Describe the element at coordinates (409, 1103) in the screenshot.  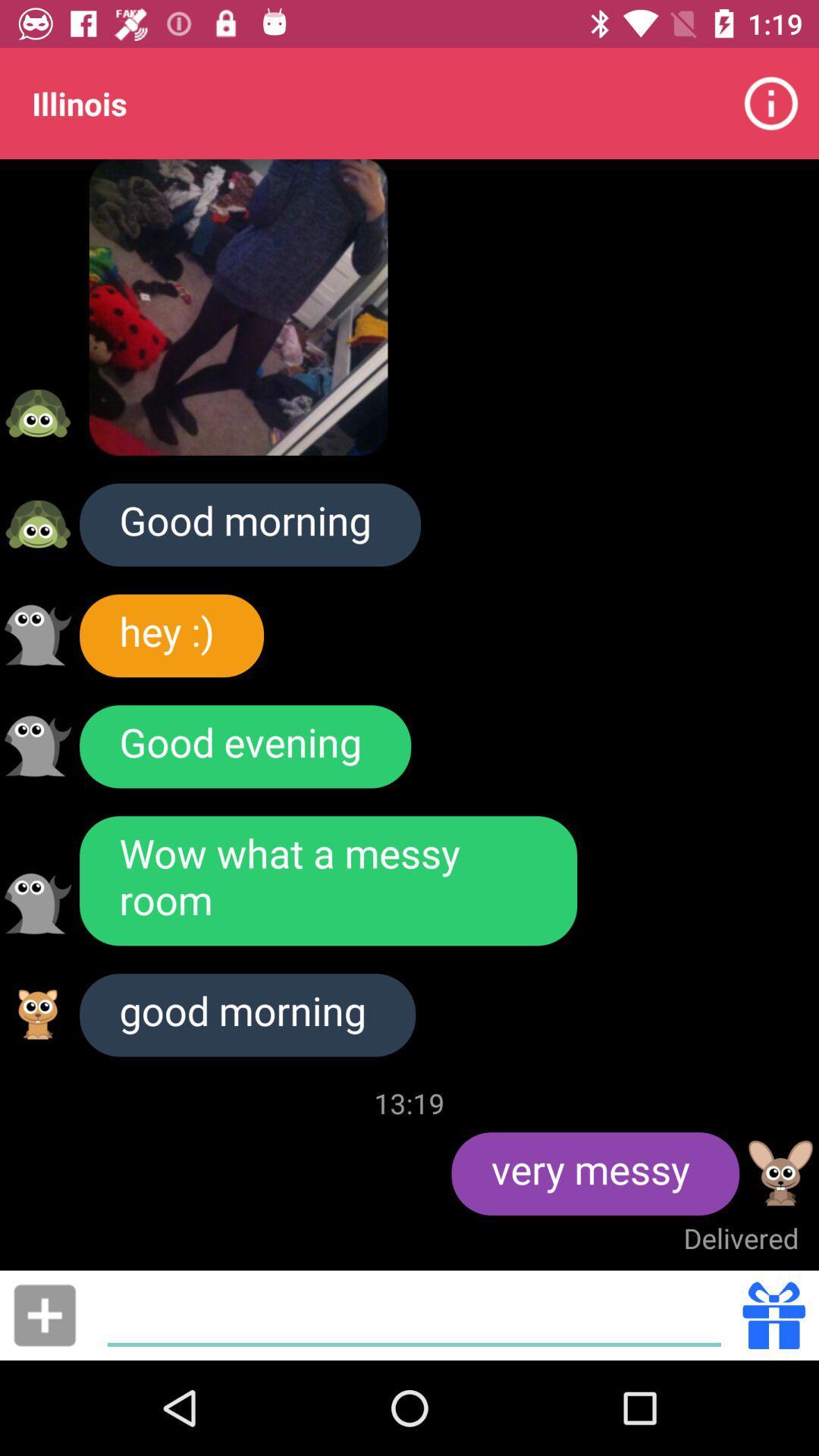
I see `the icon above the very messy  icon` at that location.